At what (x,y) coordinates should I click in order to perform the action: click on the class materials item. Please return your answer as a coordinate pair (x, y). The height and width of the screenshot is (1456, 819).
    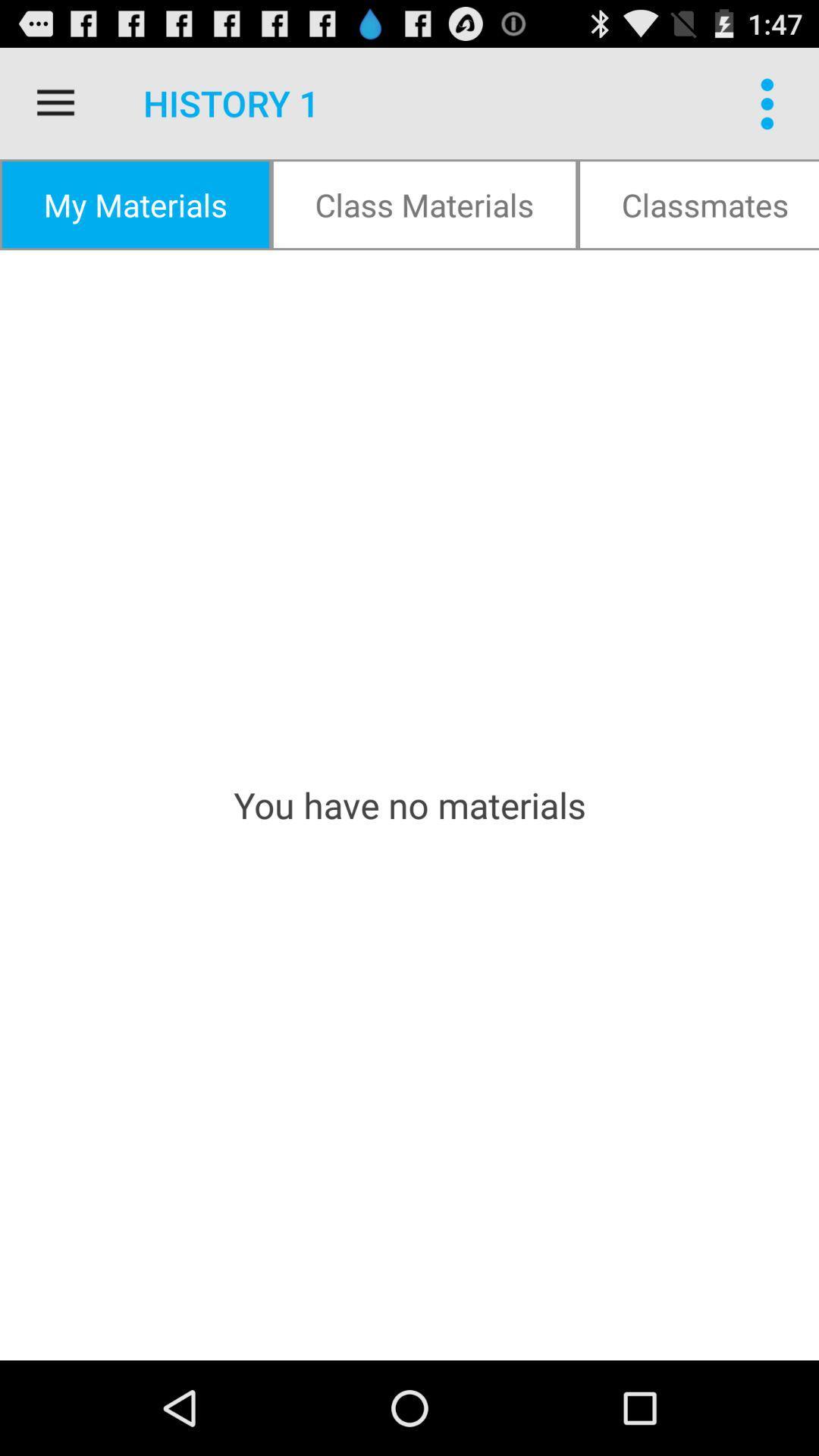
    Looking at the image, I should click on (424, 203).